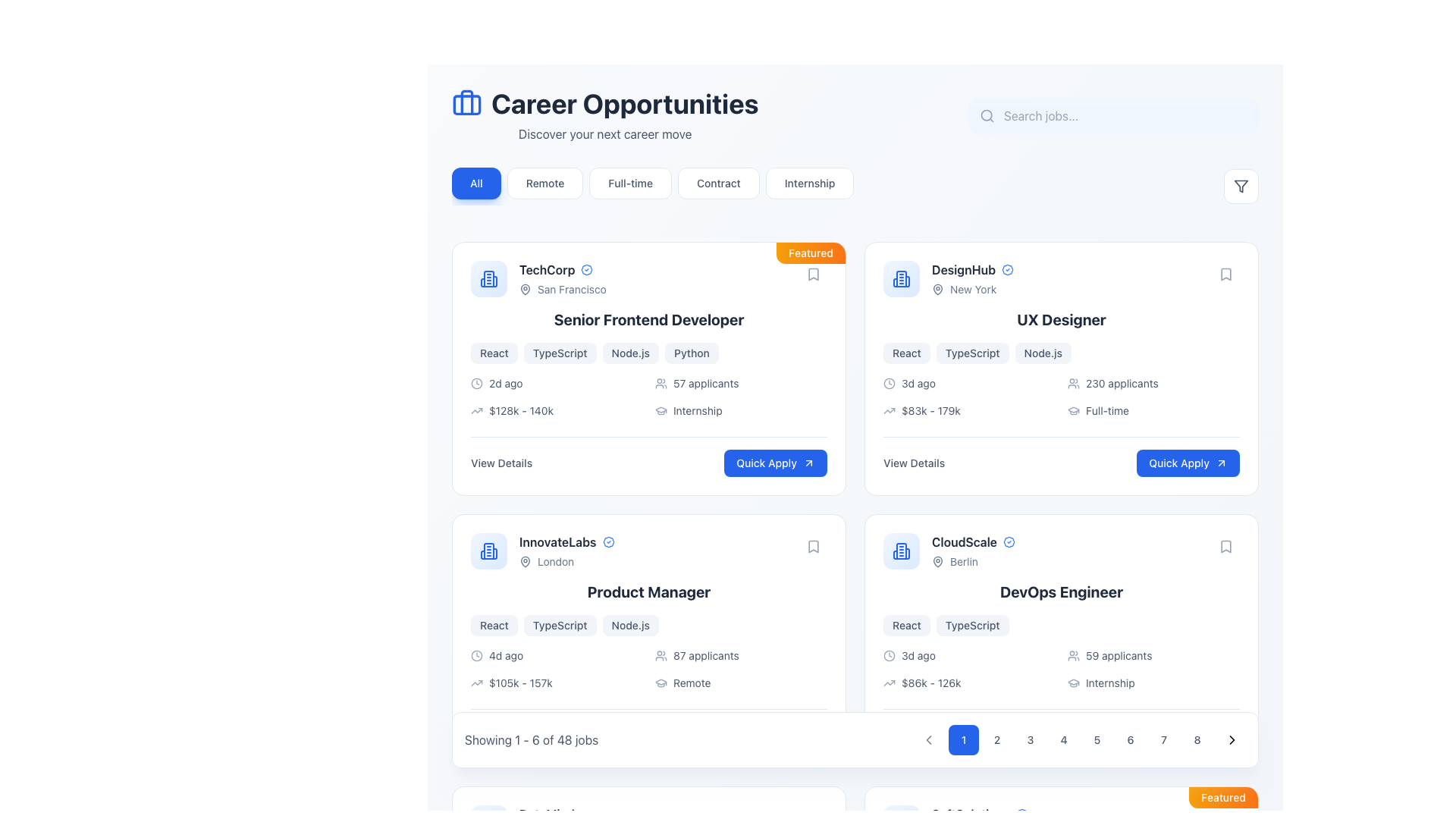  Describe the element at coordinates (1188, 462) in the screenshot. I see `the 'Quick Apply' button, which is a rectangular button with white text on a blue background and a small upward arrow icon, located in the bottom-right corner of the 'DesignHub - UX Designer' job listing card` at that location.